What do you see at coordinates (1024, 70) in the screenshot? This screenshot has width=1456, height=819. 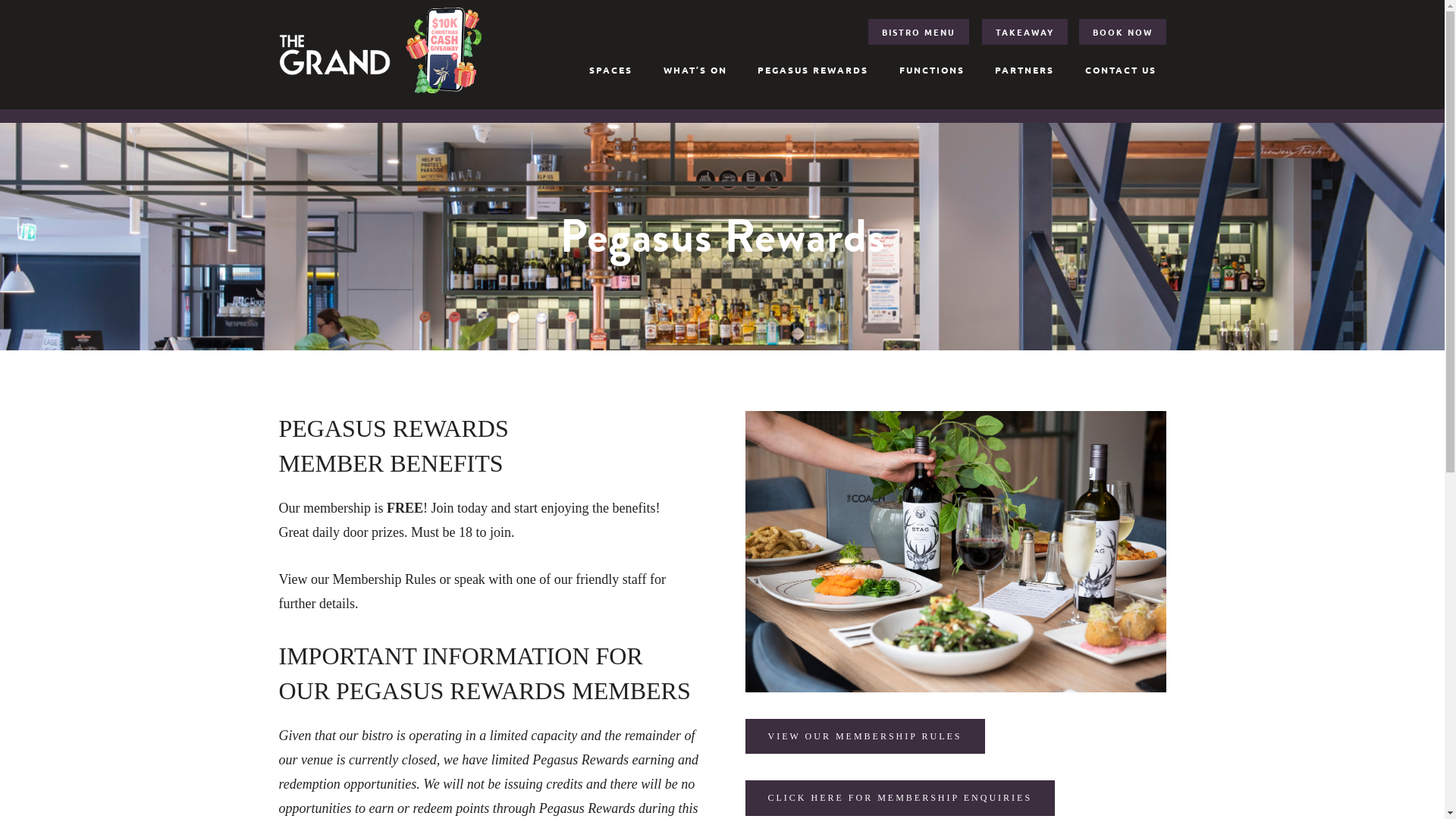 I see `'PARTNERS'` at bounding box center [1024, 70].